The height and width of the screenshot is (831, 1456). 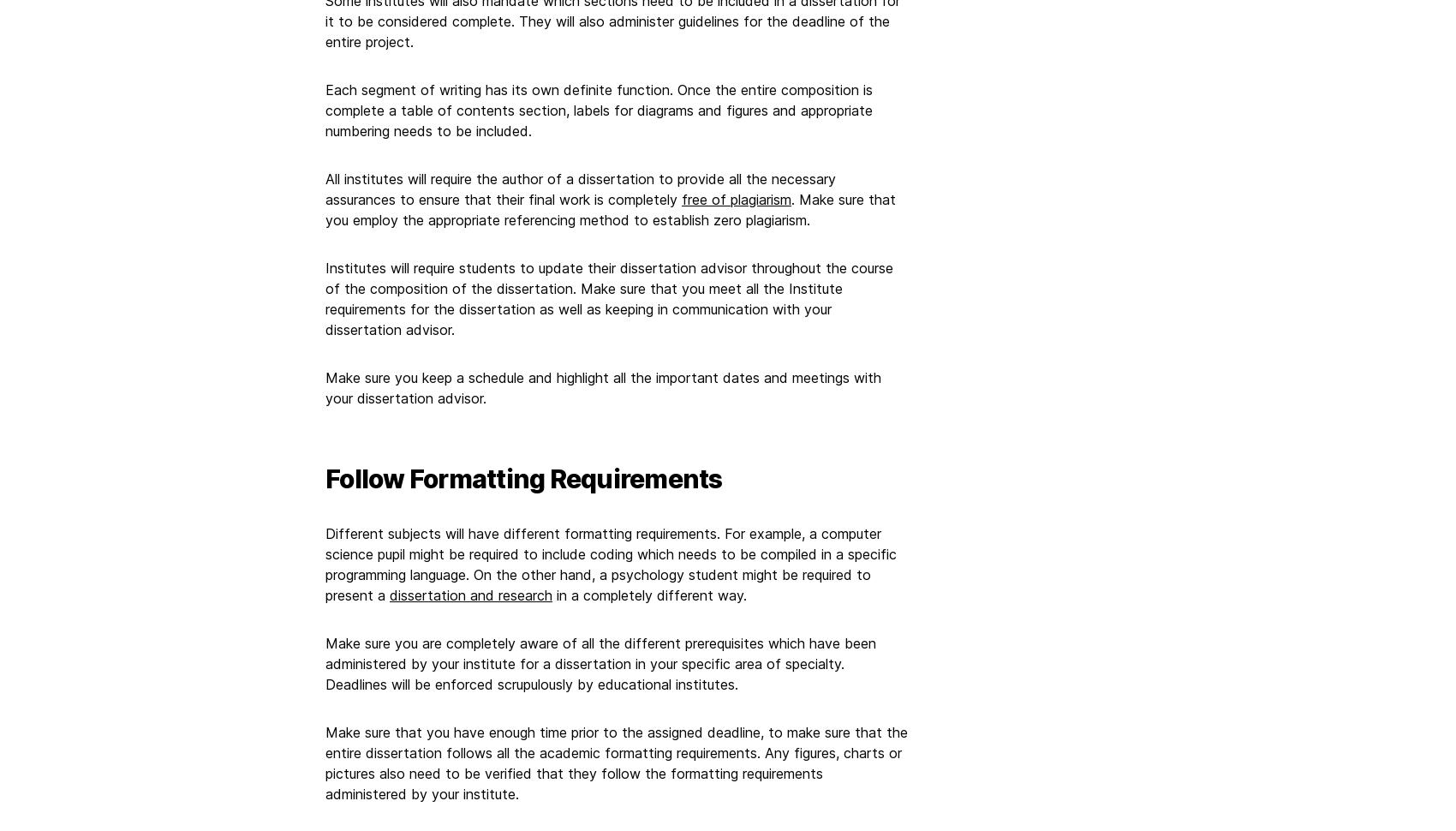 What do you see at coordinates (324, 188) in the screenshot?
I see `'All institutes will require the author of a dissertation to provide all the necessary assurances to ensure that their final work is completely'` at bounding box center [324, 188].